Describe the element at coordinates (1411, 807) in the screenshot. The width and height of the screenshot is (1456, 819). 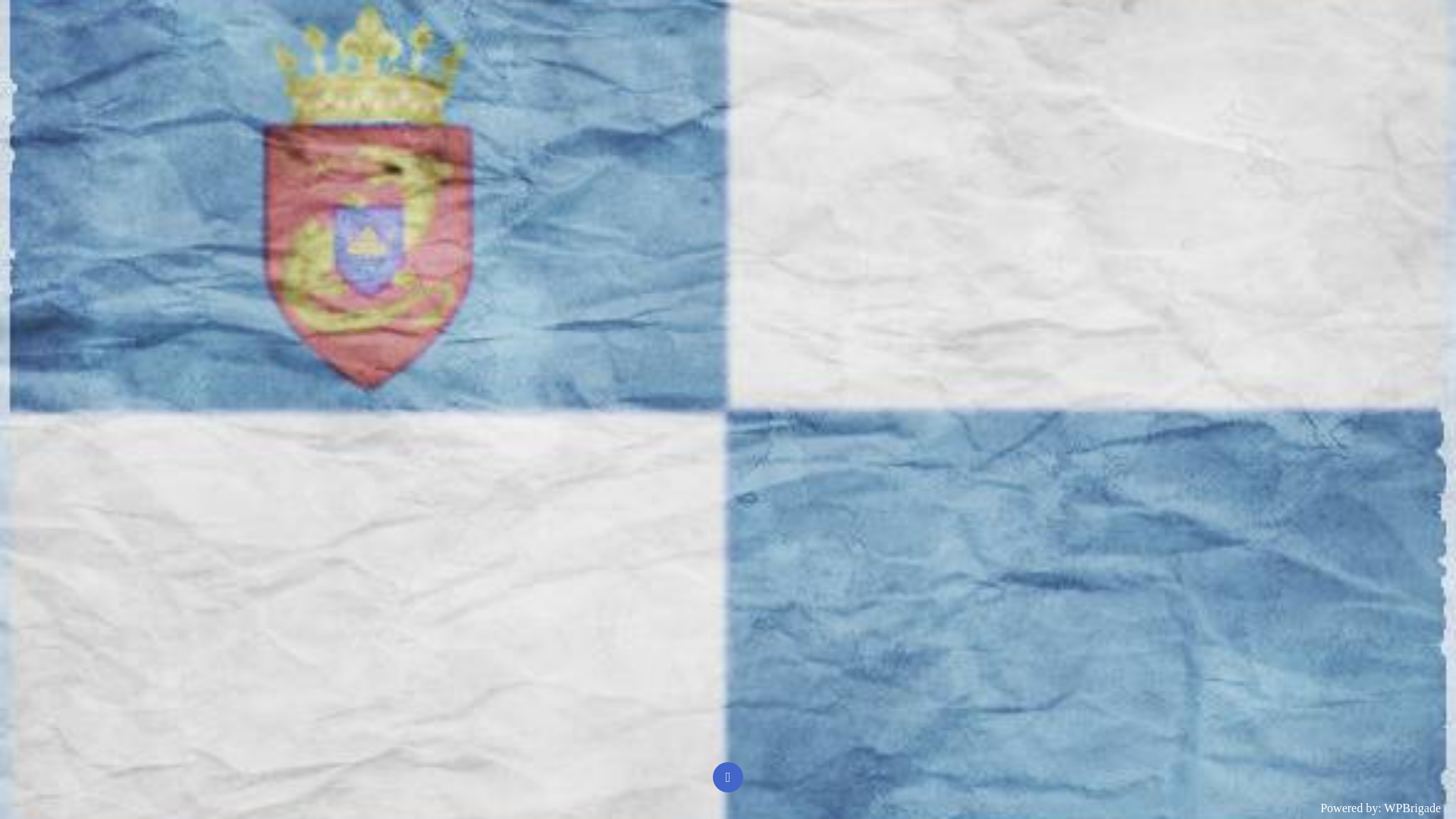
I see `'WPBrigade'` at that location.